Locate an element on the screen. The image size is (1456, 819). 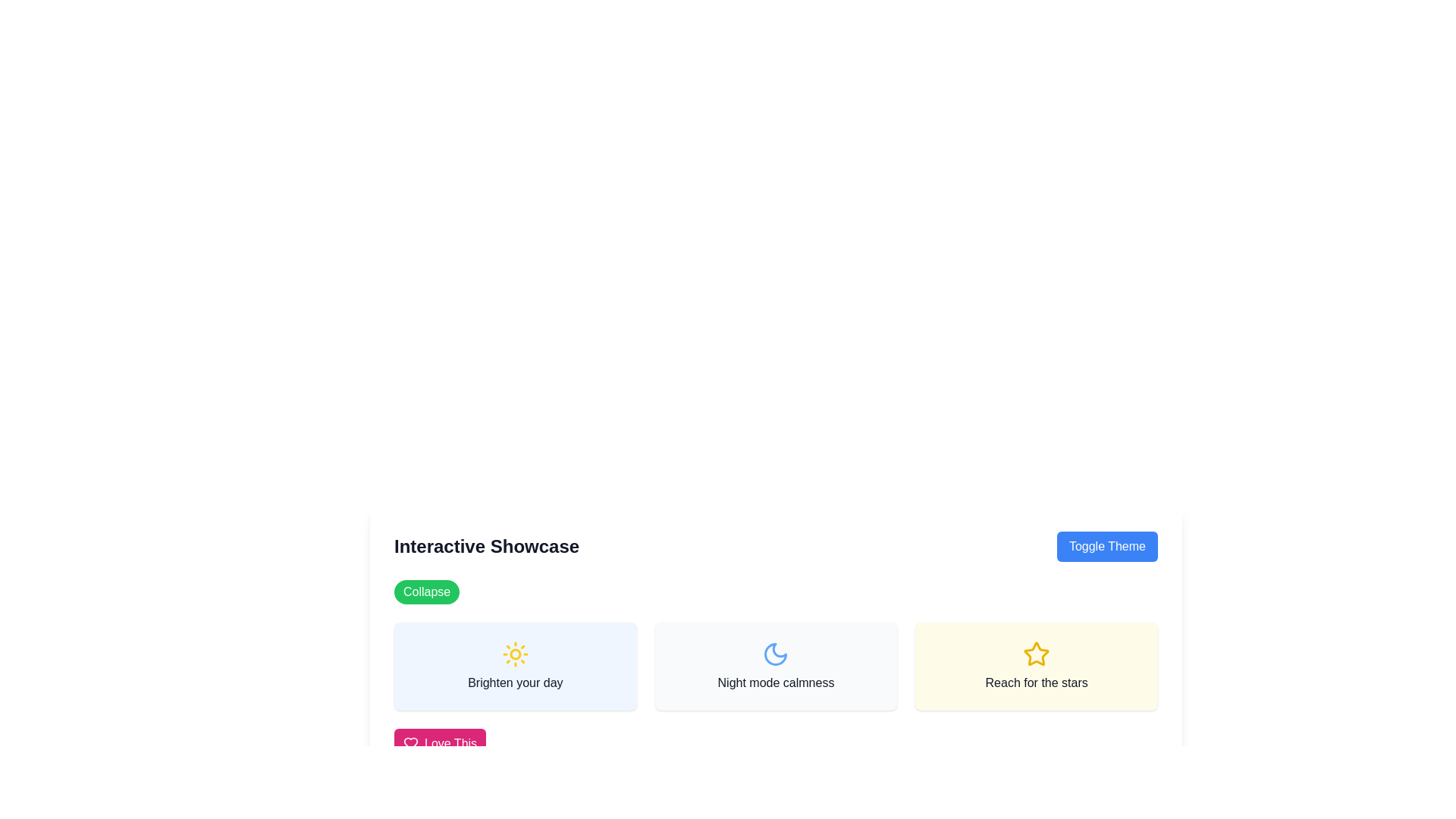
the heart SVG icon located inside the pink rounded rectangular button labeled 'Love This' to indicate a positive action is located at coordinates (411, 742).